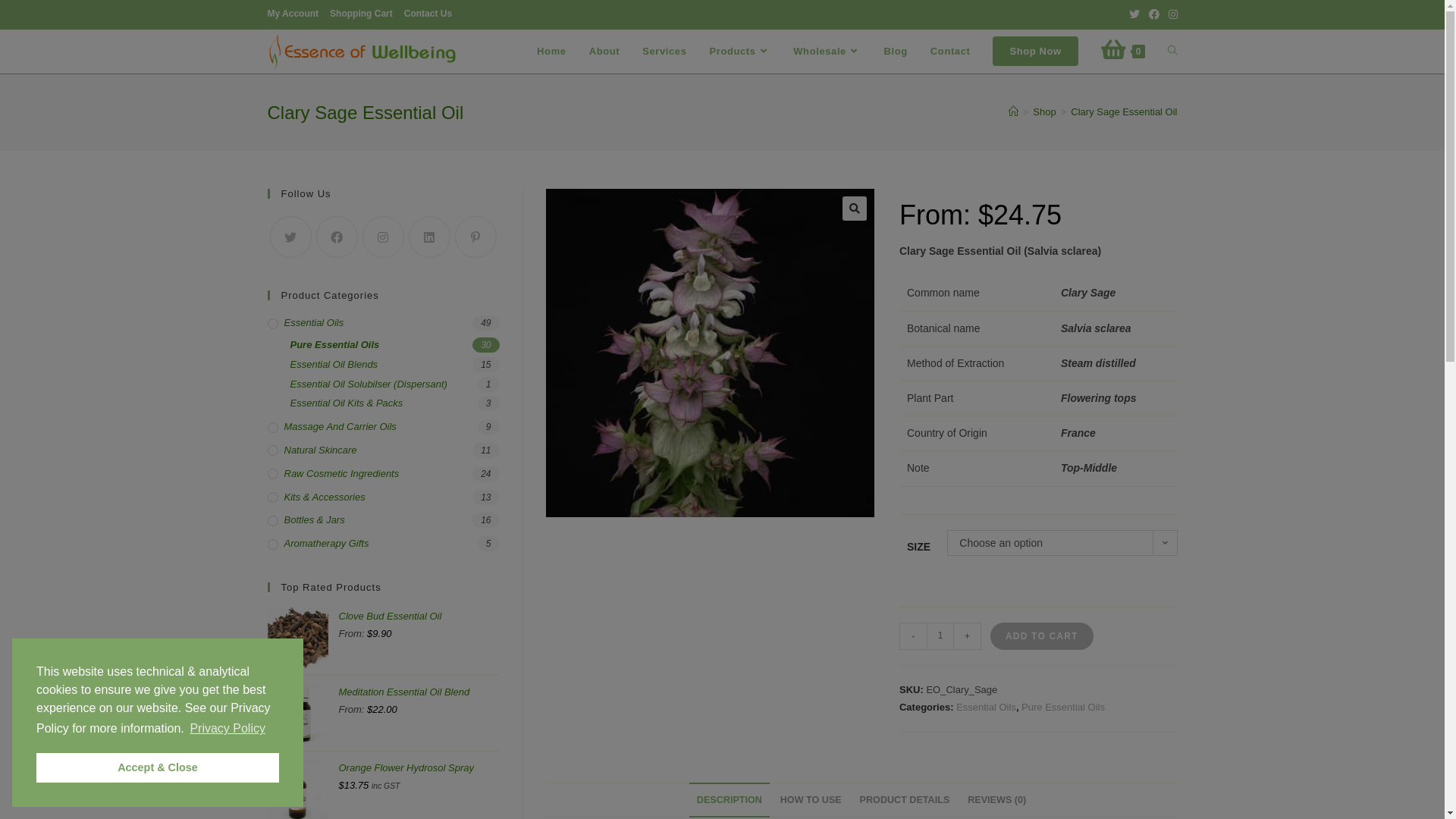 This screenshot has width=1456, height=819. Describe the element at coordinates (664, 51) in the screenshot. I see `'Services'` at that location.